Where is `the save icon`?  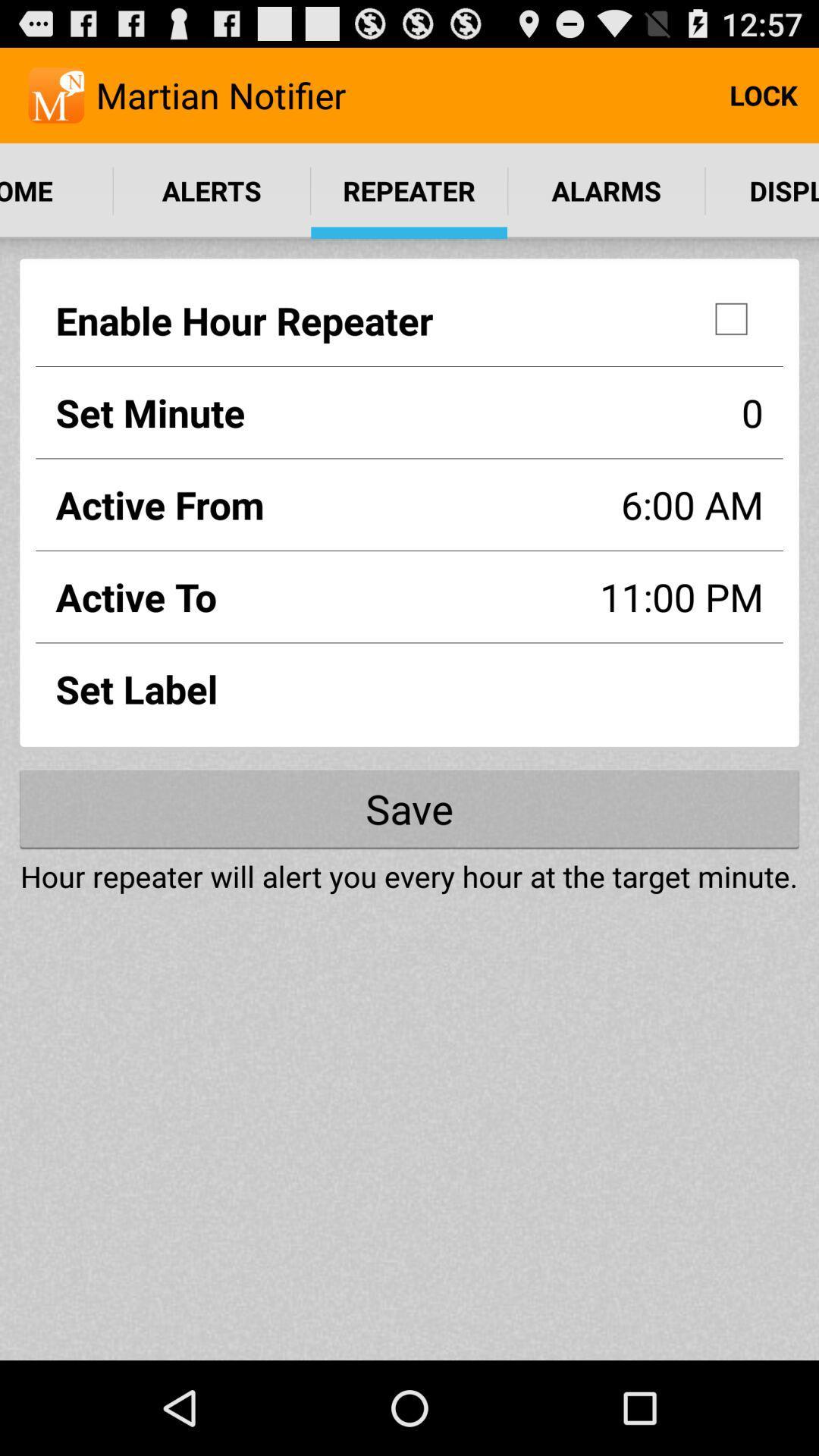 the save icon is located at coordinates (409, 808).